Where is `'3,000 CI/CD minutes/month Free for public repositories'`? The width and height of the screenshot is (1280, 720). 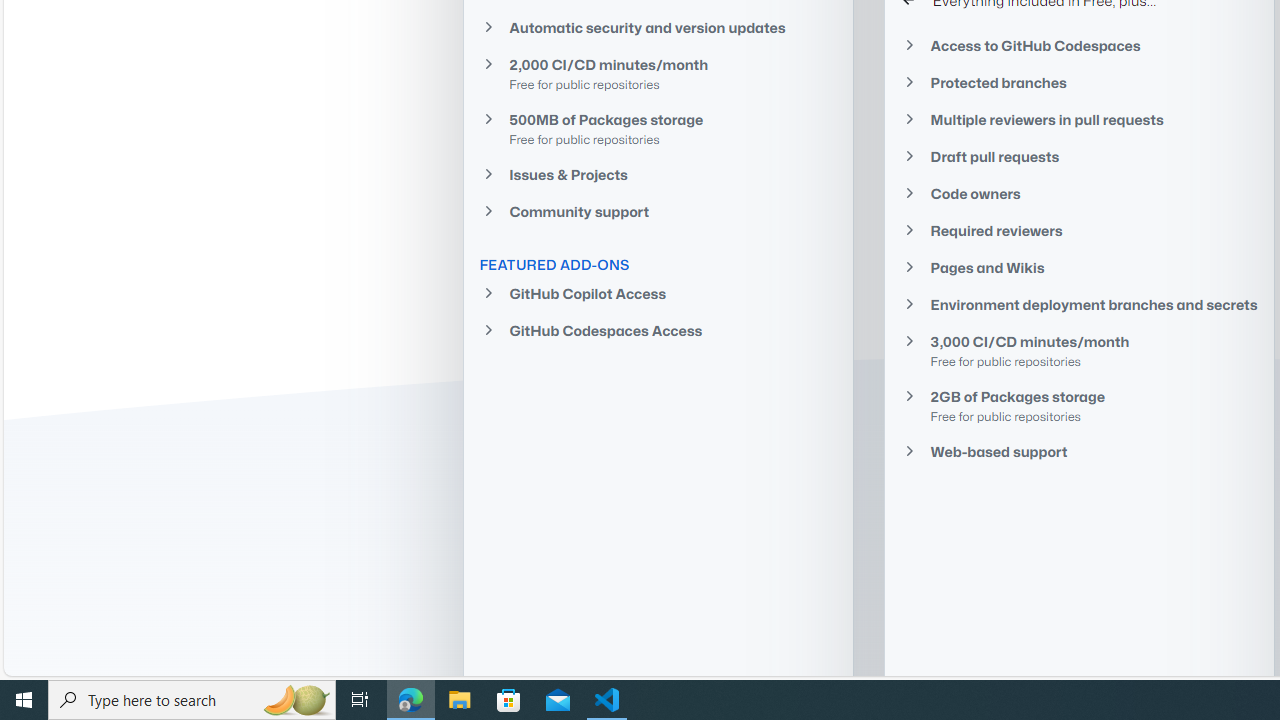 '3,000 CI/CD minutes/month Free for public repositories' is located at coordinates (1078, 350).